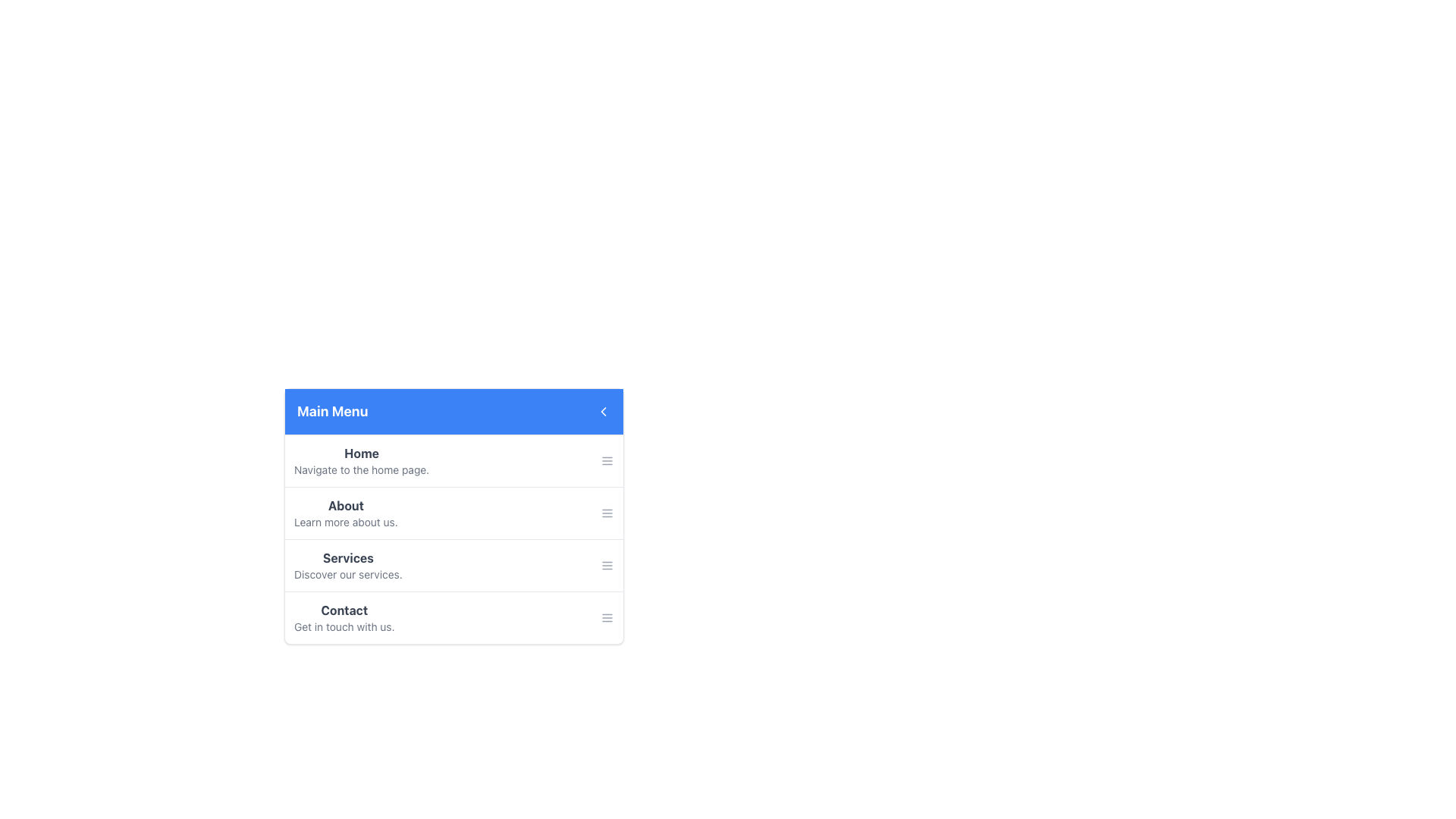 This screenshot has width=1456, height=819. Describe the element at coordinates (344, 617) in the screenshot. I see `the 'Contact' section text grouping in the 'Main Menu', which is located below the 'Services' item and above a navigational icon` at that location.